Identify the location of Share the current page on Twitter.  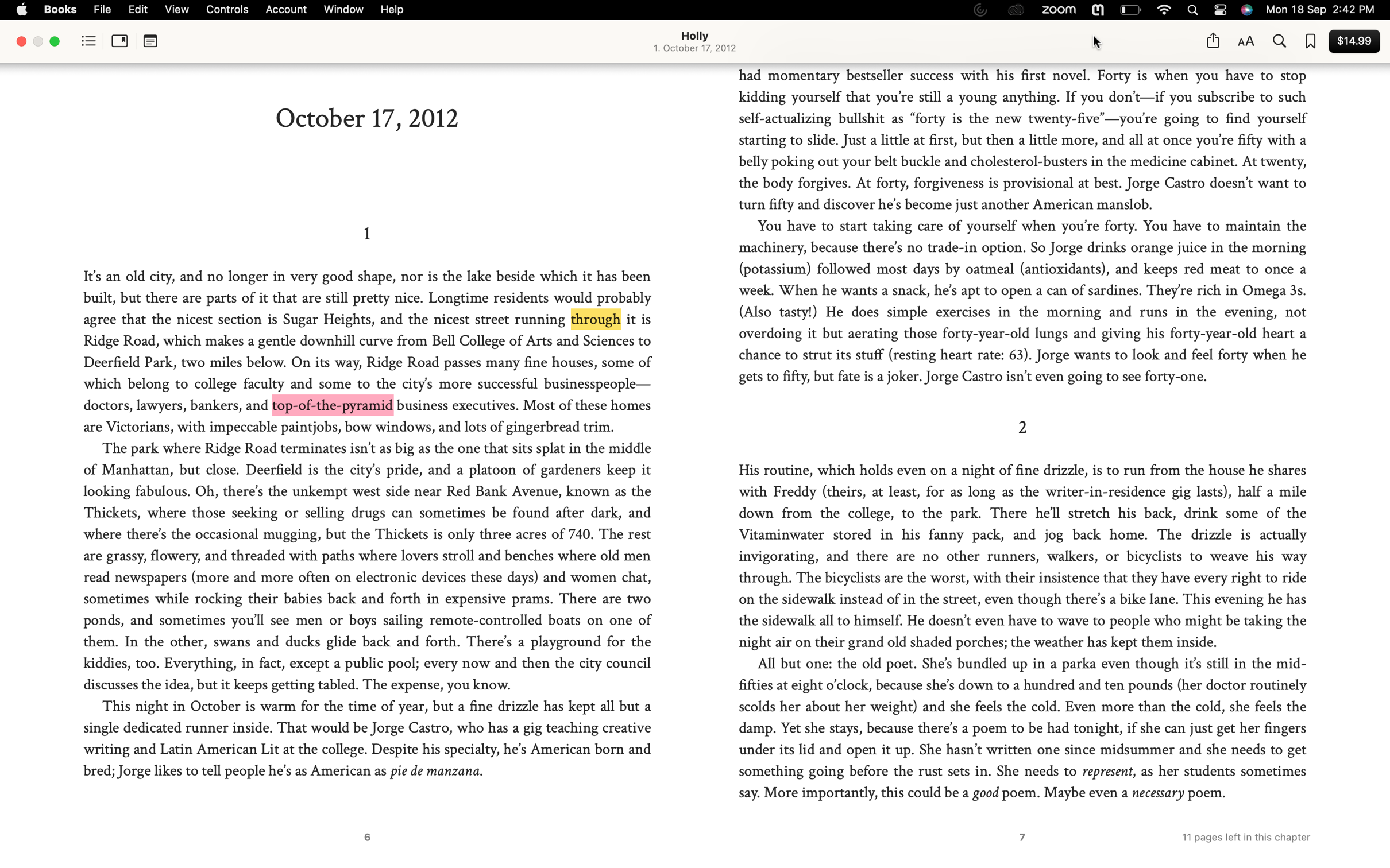
(1212, 40).